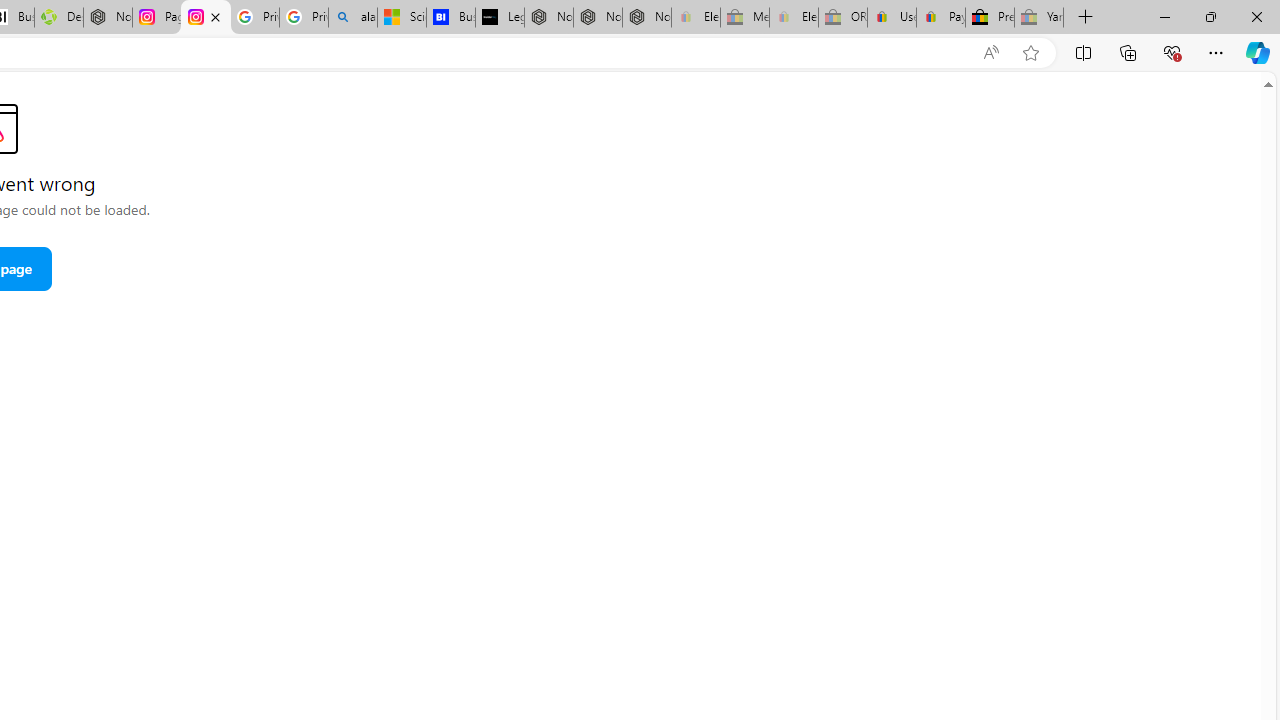 This screenshot has width=1280, height=720. What do you see at coordinates (990, 17) in the screenshot?
I see `'Press Room - eBay Inc.'` at bounding box center [990, 17].